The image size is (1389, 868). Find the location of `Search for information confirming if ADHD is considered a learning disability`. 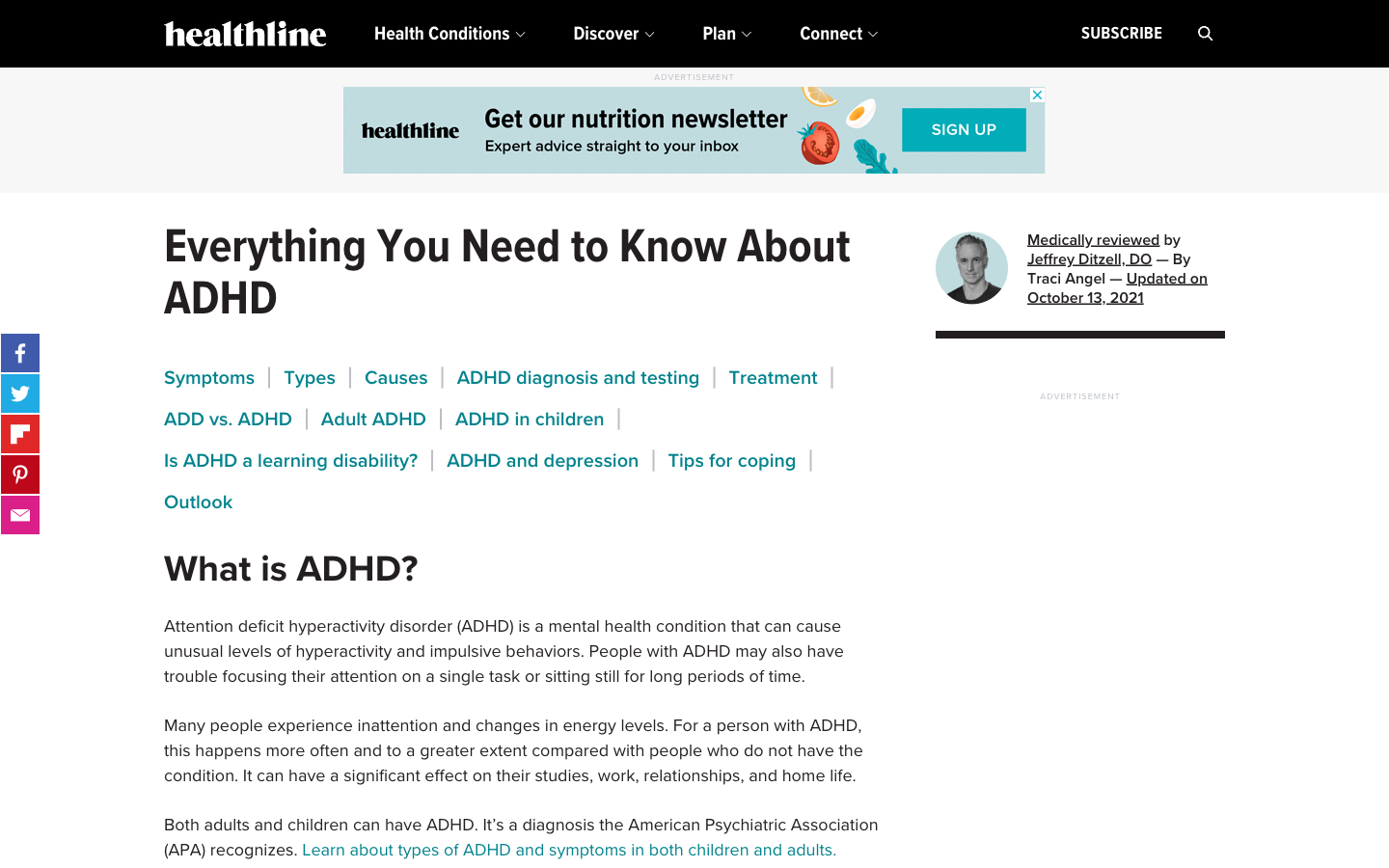

Search for information confirming if ADHD is considered a learning disability is located at coordinates (290, 459).